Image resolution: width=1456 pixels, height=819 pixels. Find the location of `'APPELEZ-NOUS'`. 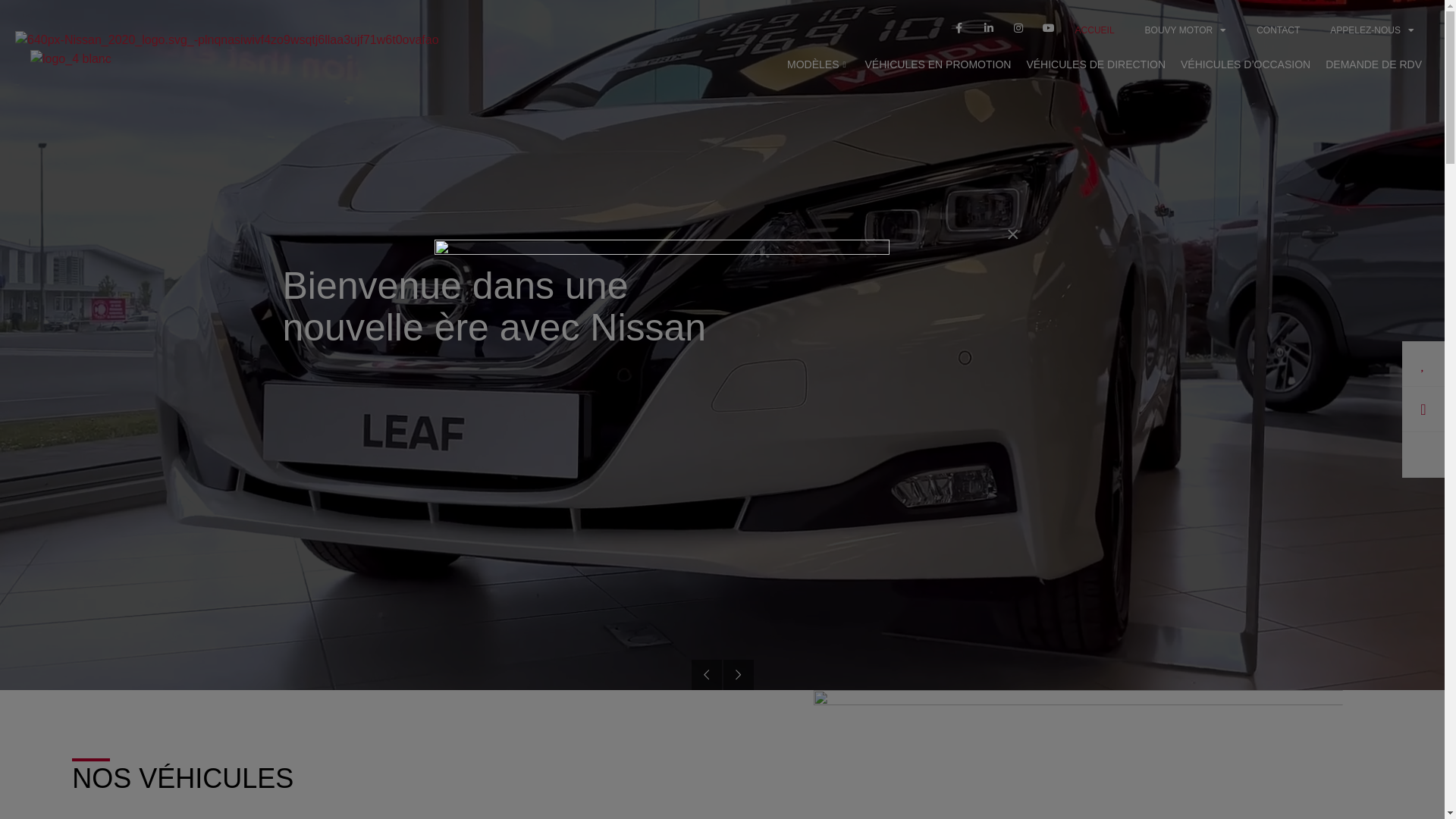

'APPELEZ-NOUS' is located at coordinates (1372, 30).